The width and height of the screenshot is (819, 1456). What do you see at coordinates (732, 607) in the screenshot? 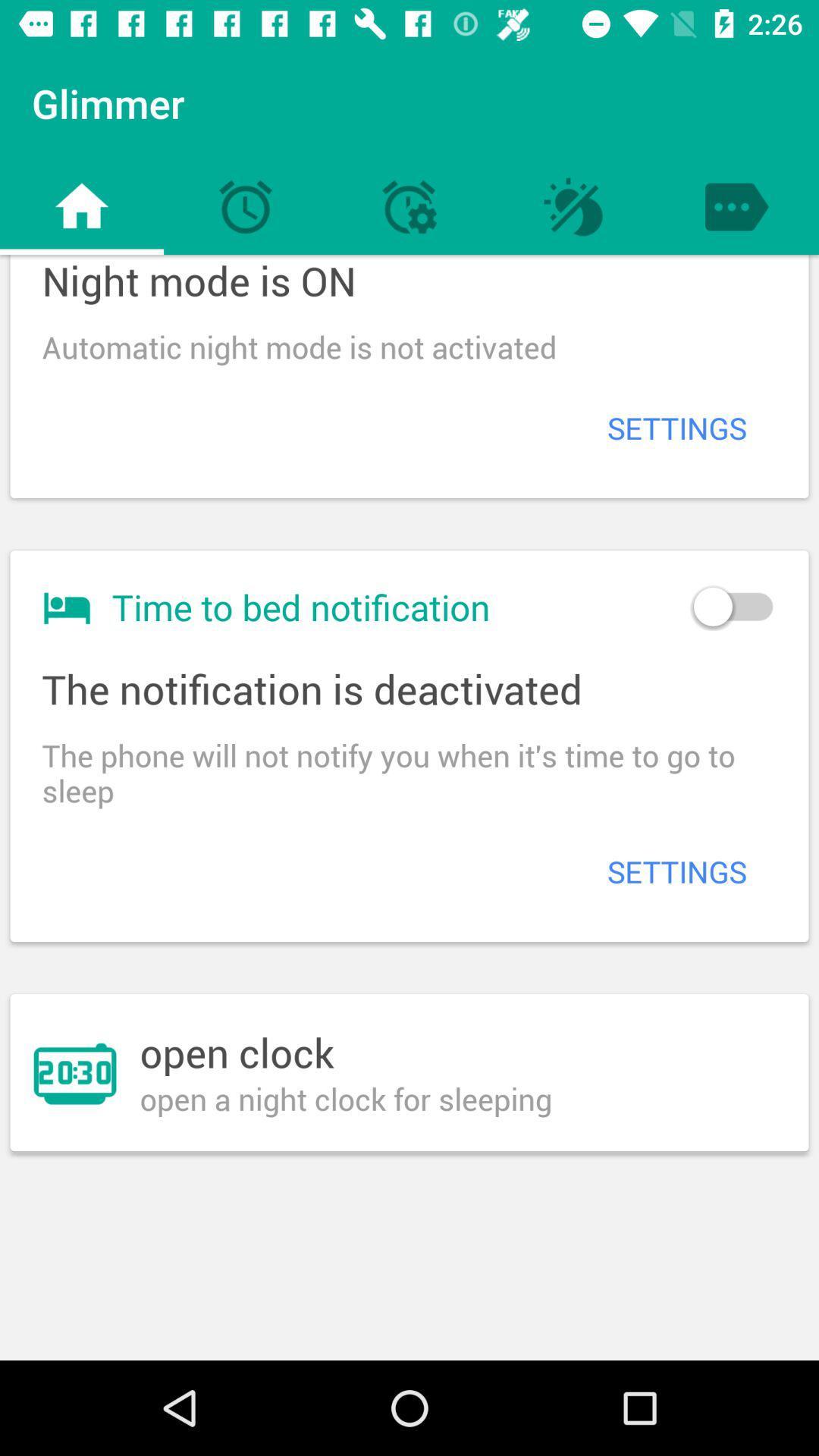
I see `icon next to time to bed` at bounding box center [732, 607].